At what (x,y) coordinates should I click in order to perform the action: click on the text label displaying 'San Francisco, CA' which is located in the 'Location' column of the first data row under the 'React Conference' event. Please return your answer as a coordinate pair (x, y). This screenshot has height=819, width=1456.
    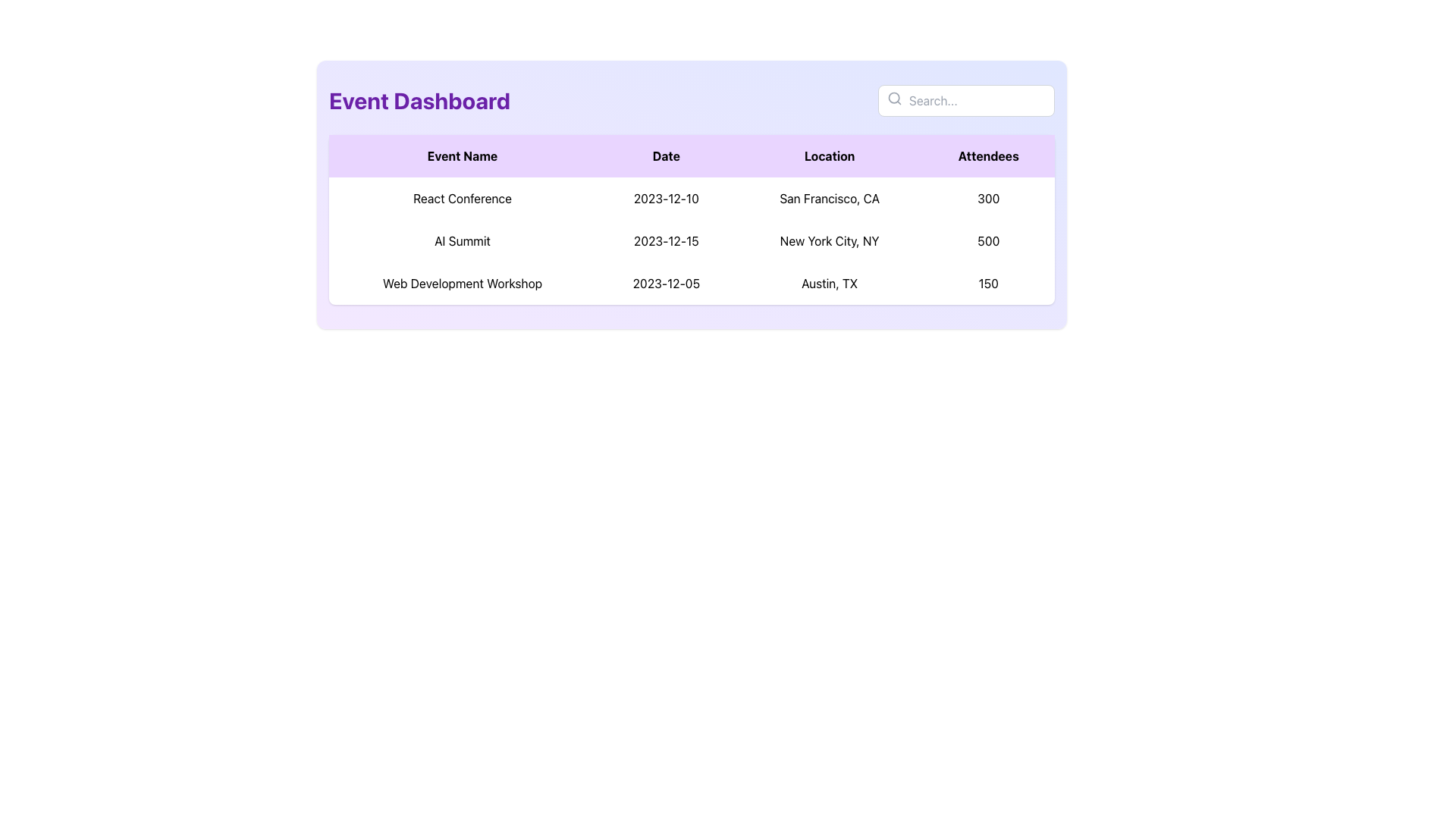
    Looking at the image, I should click on (829, 198).